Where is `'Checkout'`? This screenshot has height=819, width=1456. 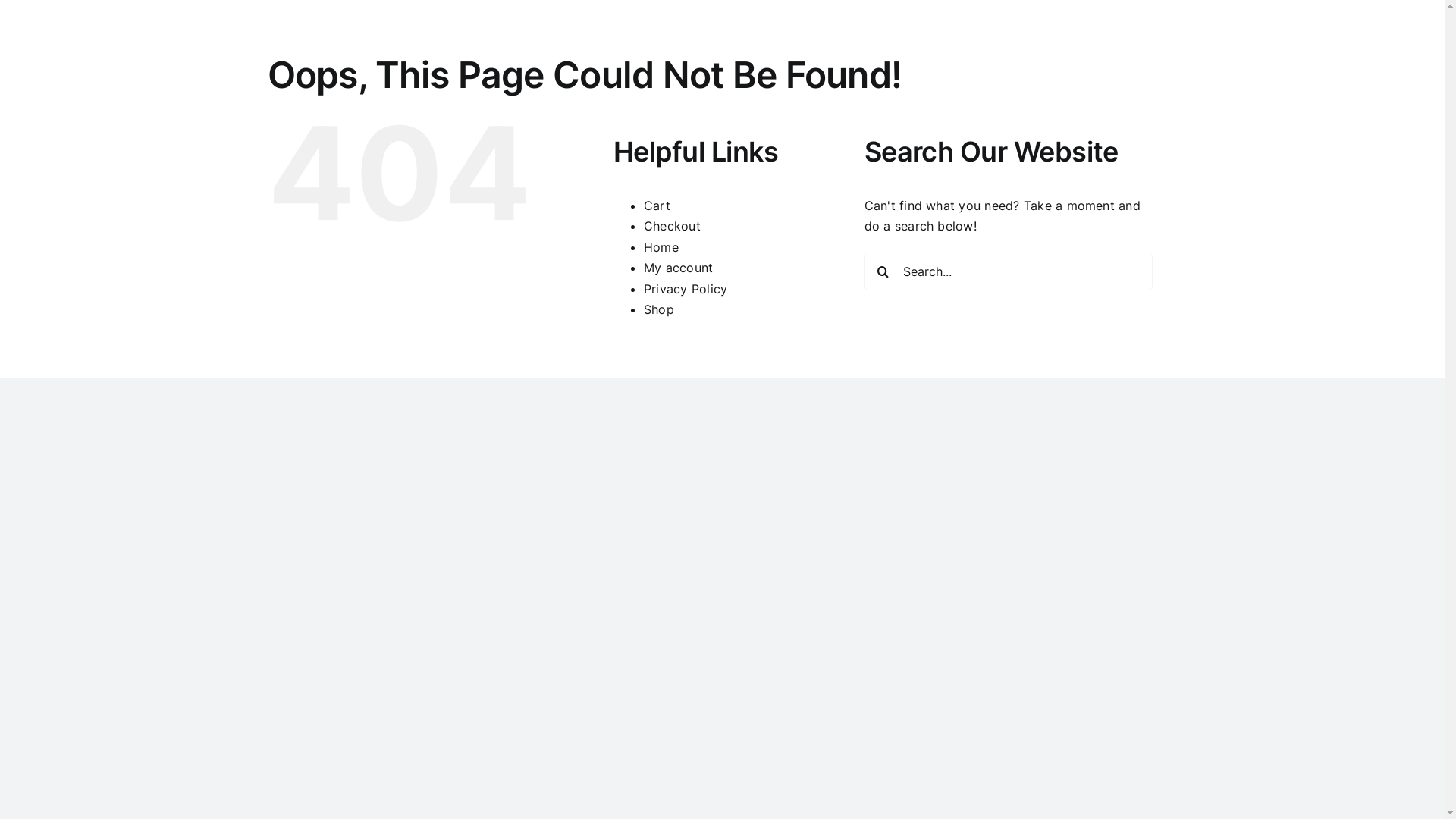 'Checkout' is located at coordinates (671, 225).